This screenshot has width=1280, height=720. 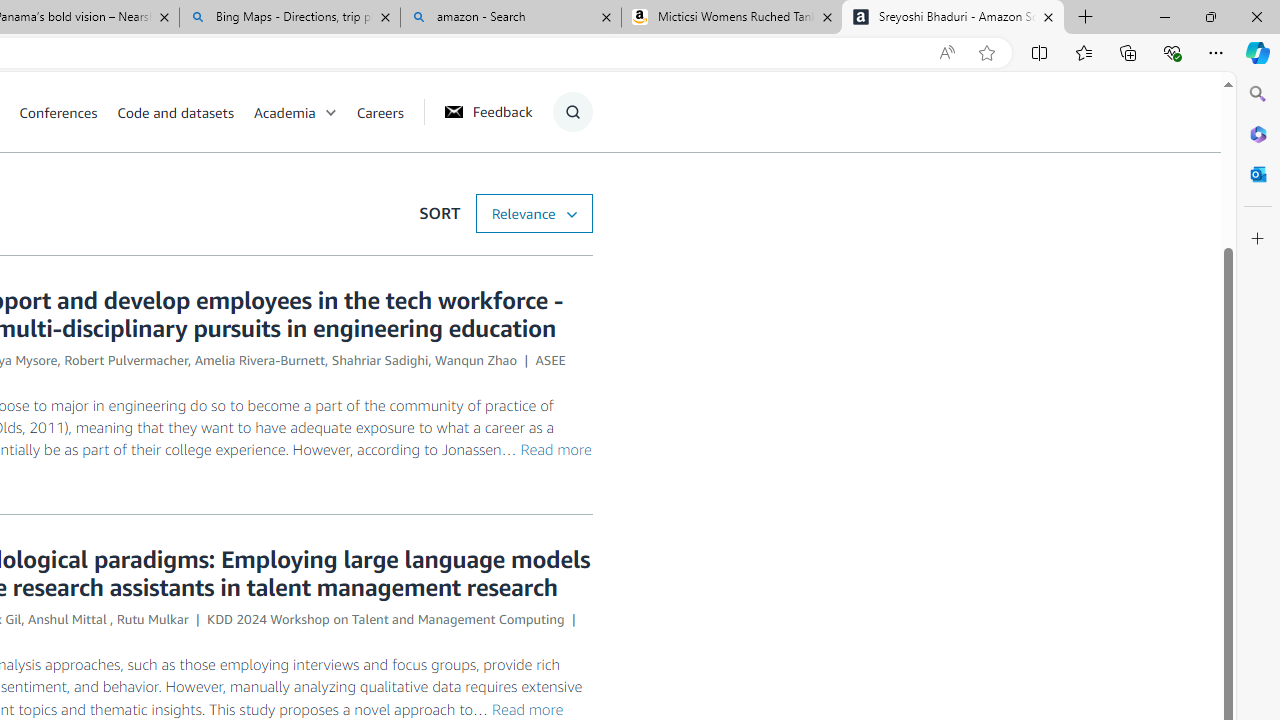 What do you see at coordinates (488, 111) in the screenshot?
I see `'Feedback'` at bounding box center [488, 111].